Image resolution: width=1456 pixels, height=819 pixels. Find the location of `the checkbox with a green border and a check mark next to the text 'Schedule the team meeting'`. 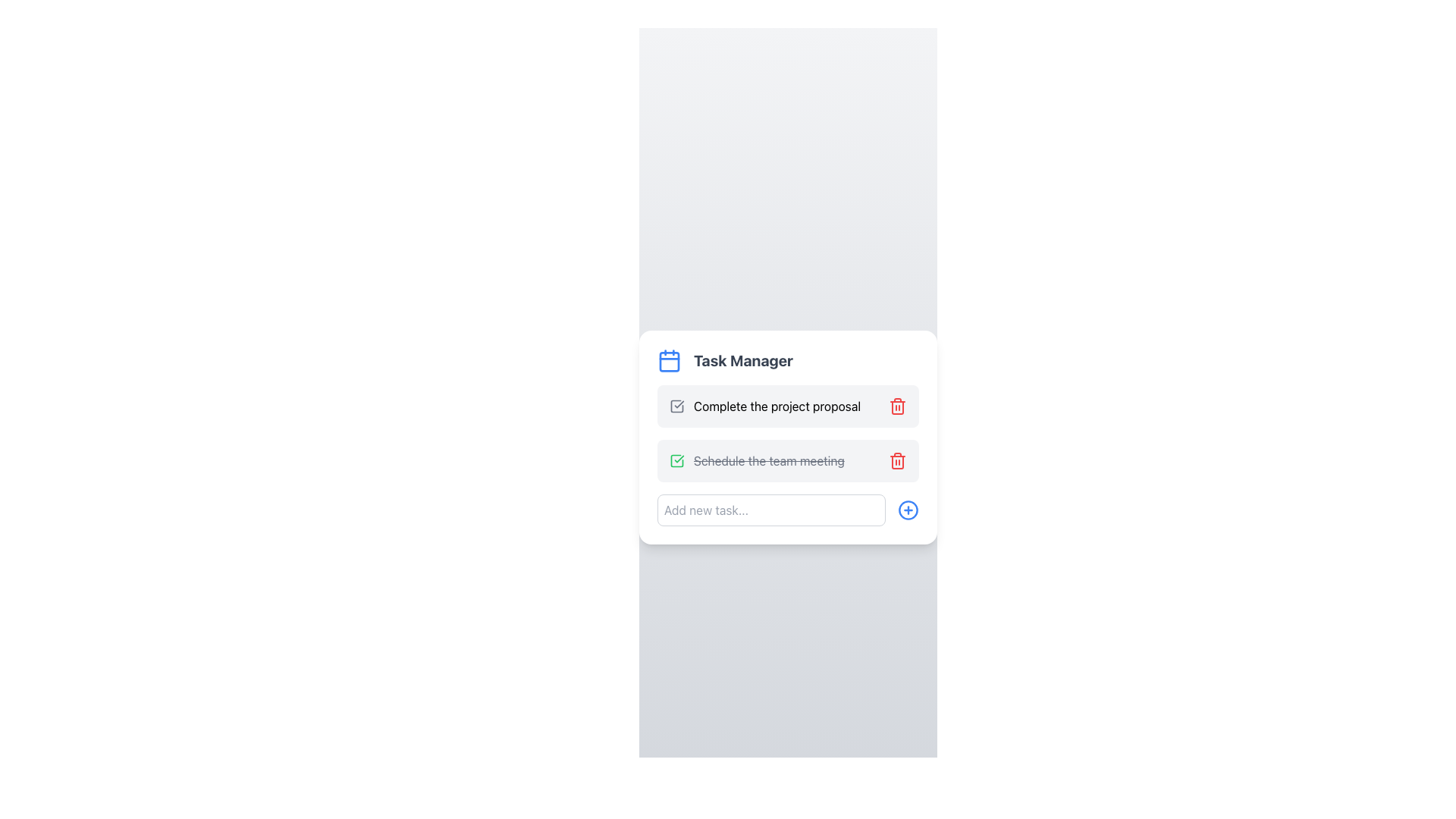

the checkbox with a green border and a check mark next to the text 'Schedule the team meeting' is located at coordinates (676, 460).